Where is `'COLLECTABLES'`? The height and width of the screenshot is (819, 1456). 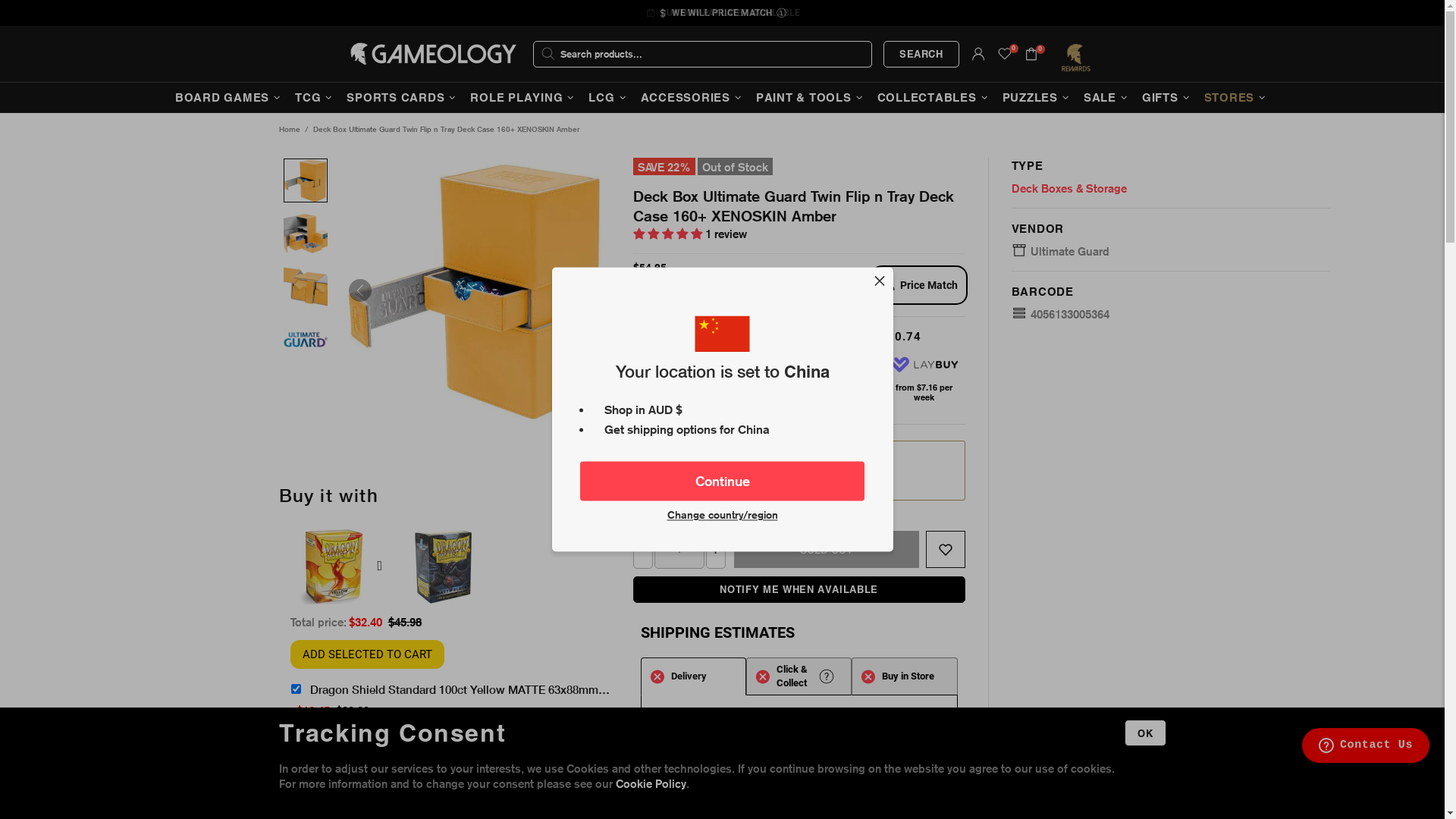 'COLLECTABLES' is located at coordinates (934, 97).